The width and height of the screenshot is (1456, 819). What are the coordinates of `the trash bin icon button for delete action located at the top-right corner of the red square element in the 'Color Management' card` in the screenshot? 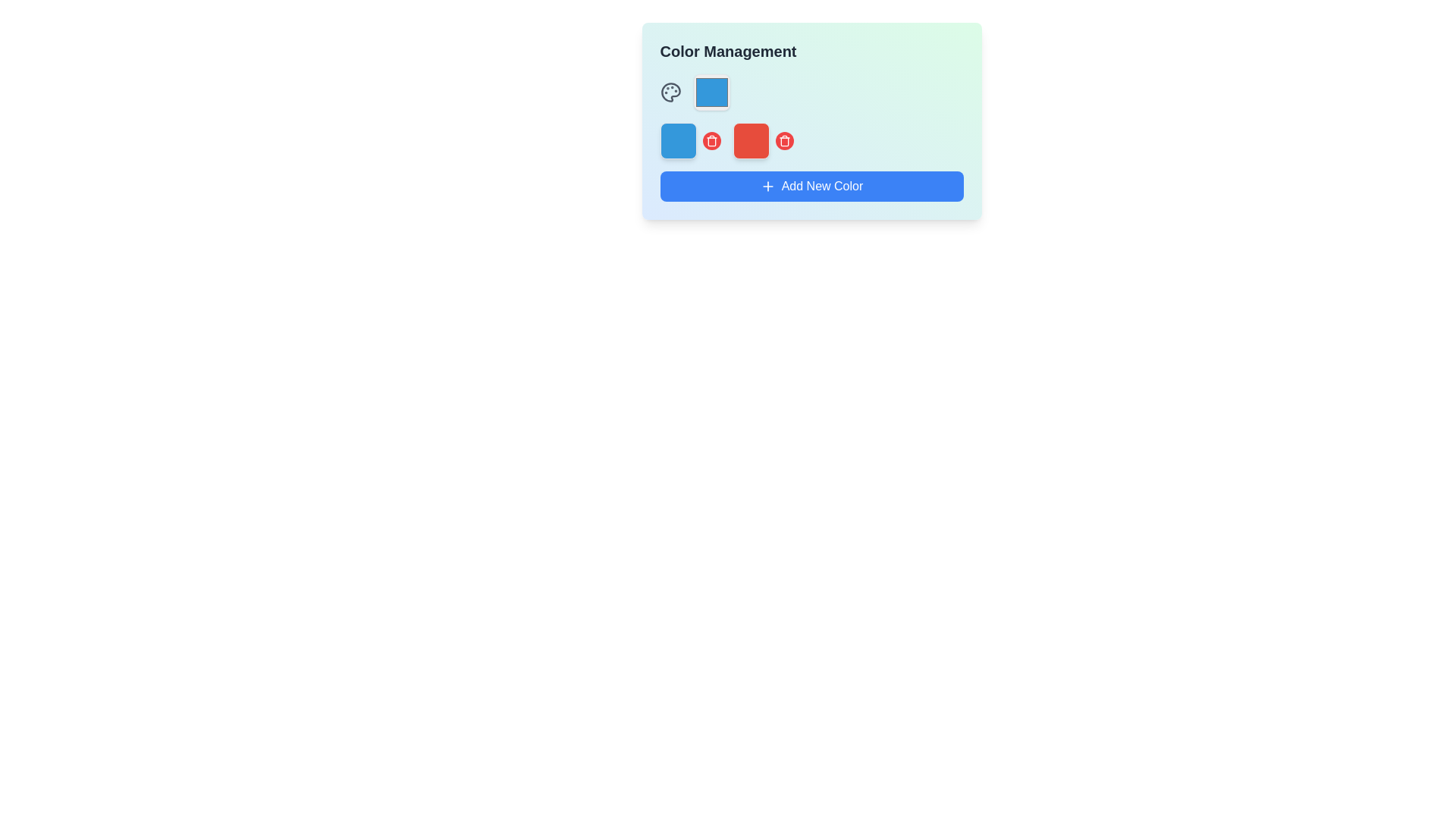 It's located at (711, 140).